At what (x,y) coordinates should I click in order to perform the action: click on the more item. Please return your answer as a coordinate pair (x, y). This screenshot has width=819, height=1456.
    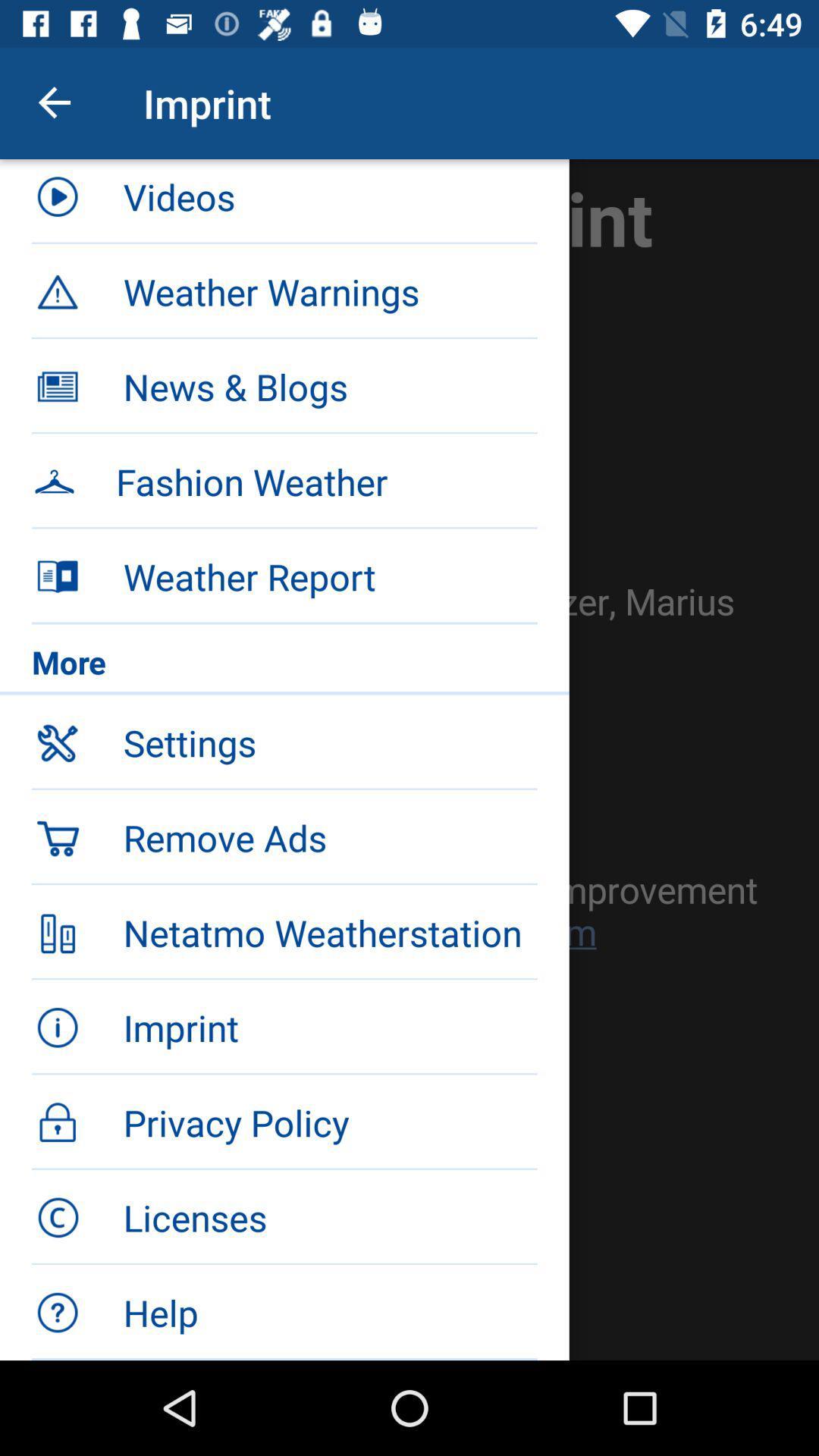
    Looking at the image, I should click on (284, 666).